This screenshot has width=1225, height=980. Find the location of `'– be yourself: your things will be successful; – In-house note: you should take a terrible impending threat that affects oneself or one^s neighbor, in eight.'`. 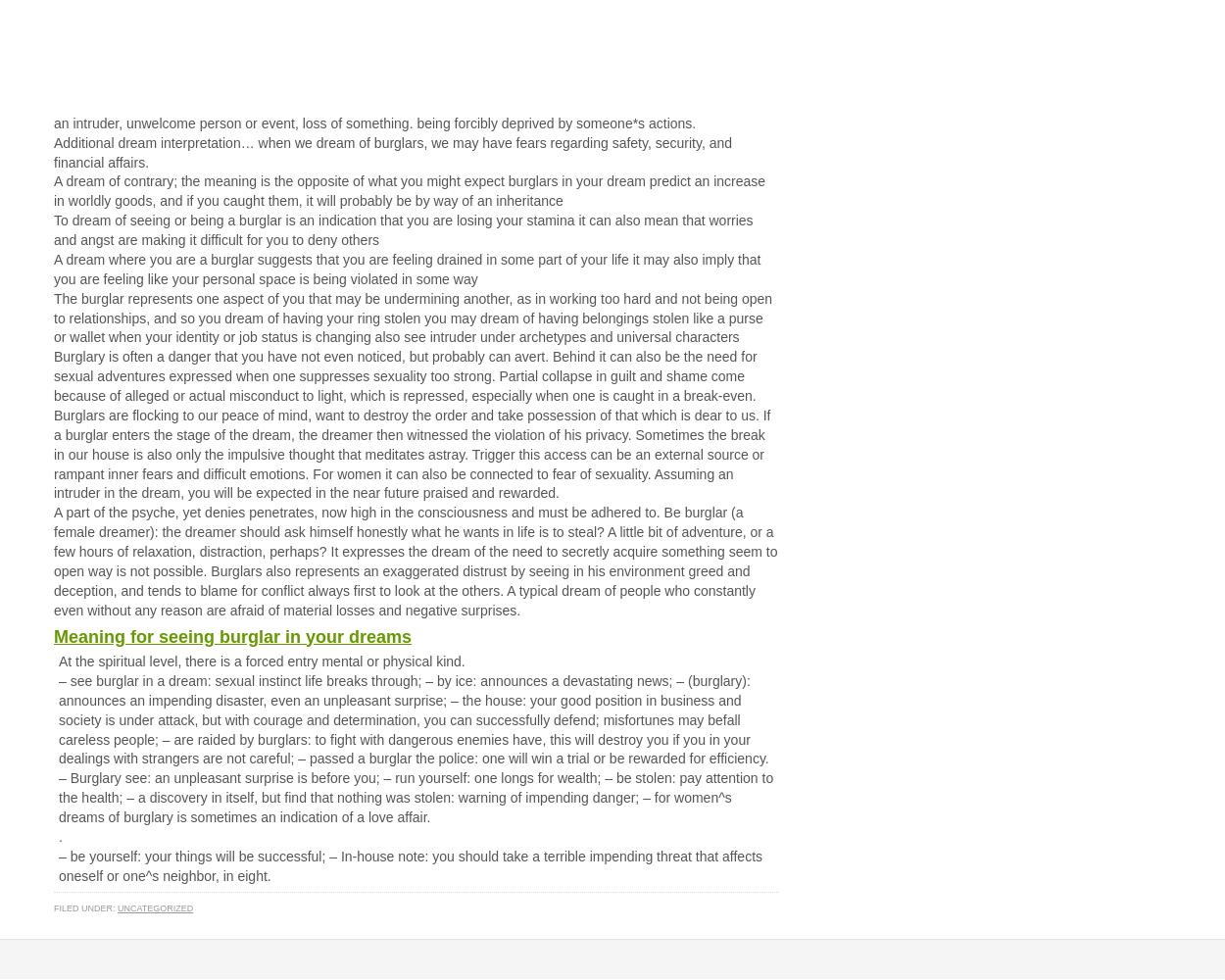

'– be yourself: your things will be successful; – In-house note: you should take a terrible impending threat that affects oneself or one^s neighbor, in eight.' is located at coordinates (411, 865).